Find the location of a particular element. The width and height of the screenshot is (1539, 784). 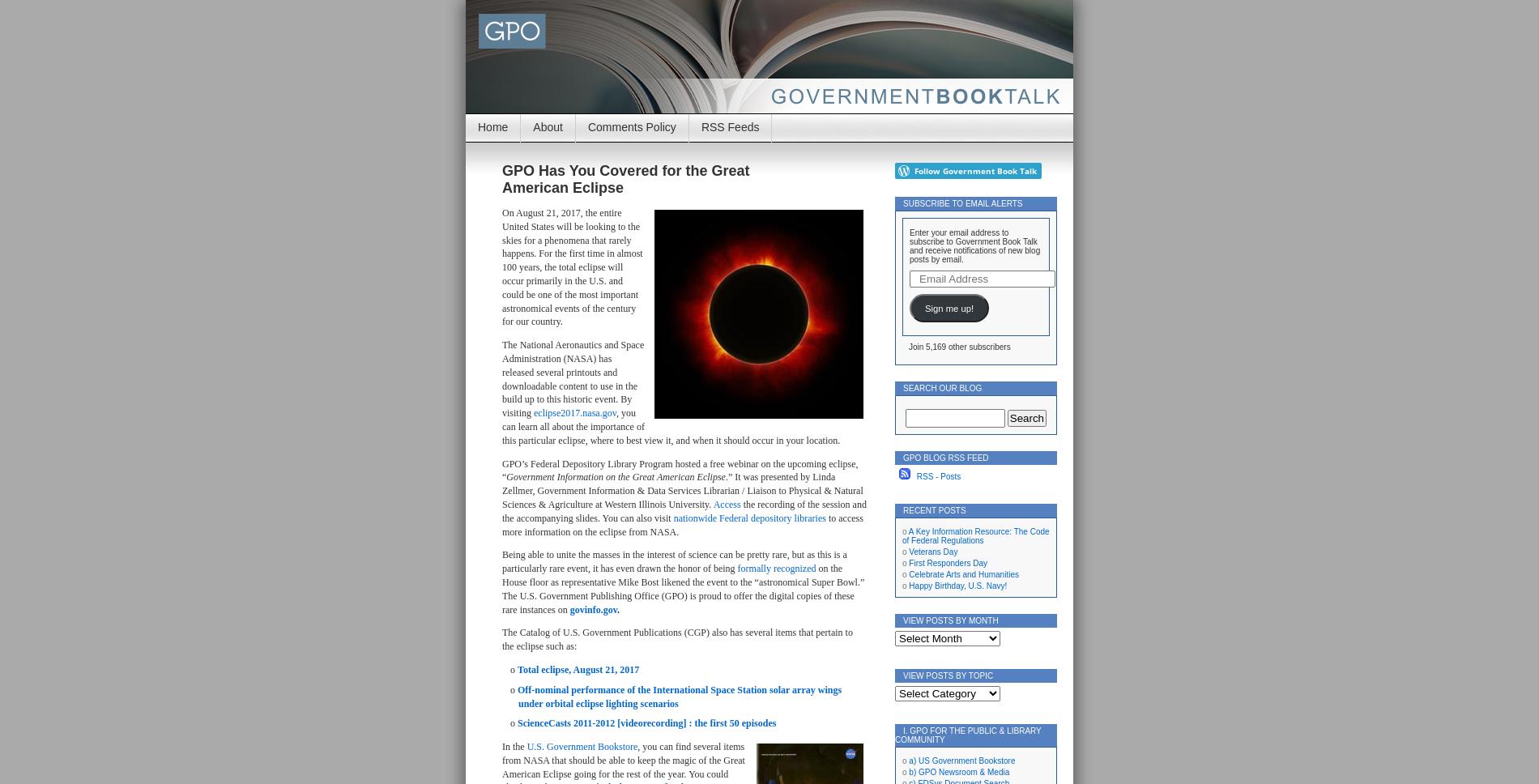

'About' is located at coordinates (548, 126).